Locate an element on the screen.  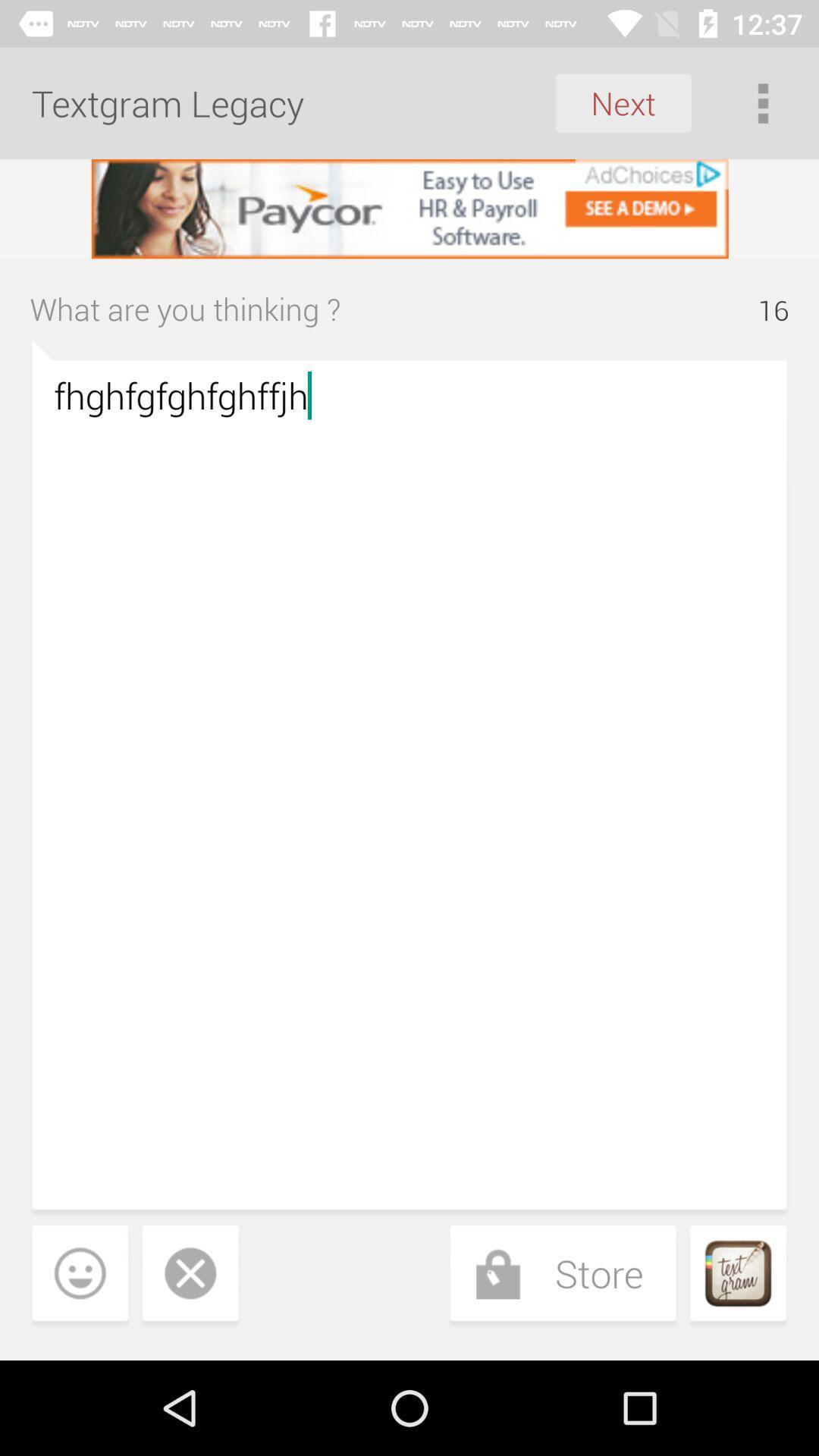
click icon bottom right is located at coordinates (737, 1276).